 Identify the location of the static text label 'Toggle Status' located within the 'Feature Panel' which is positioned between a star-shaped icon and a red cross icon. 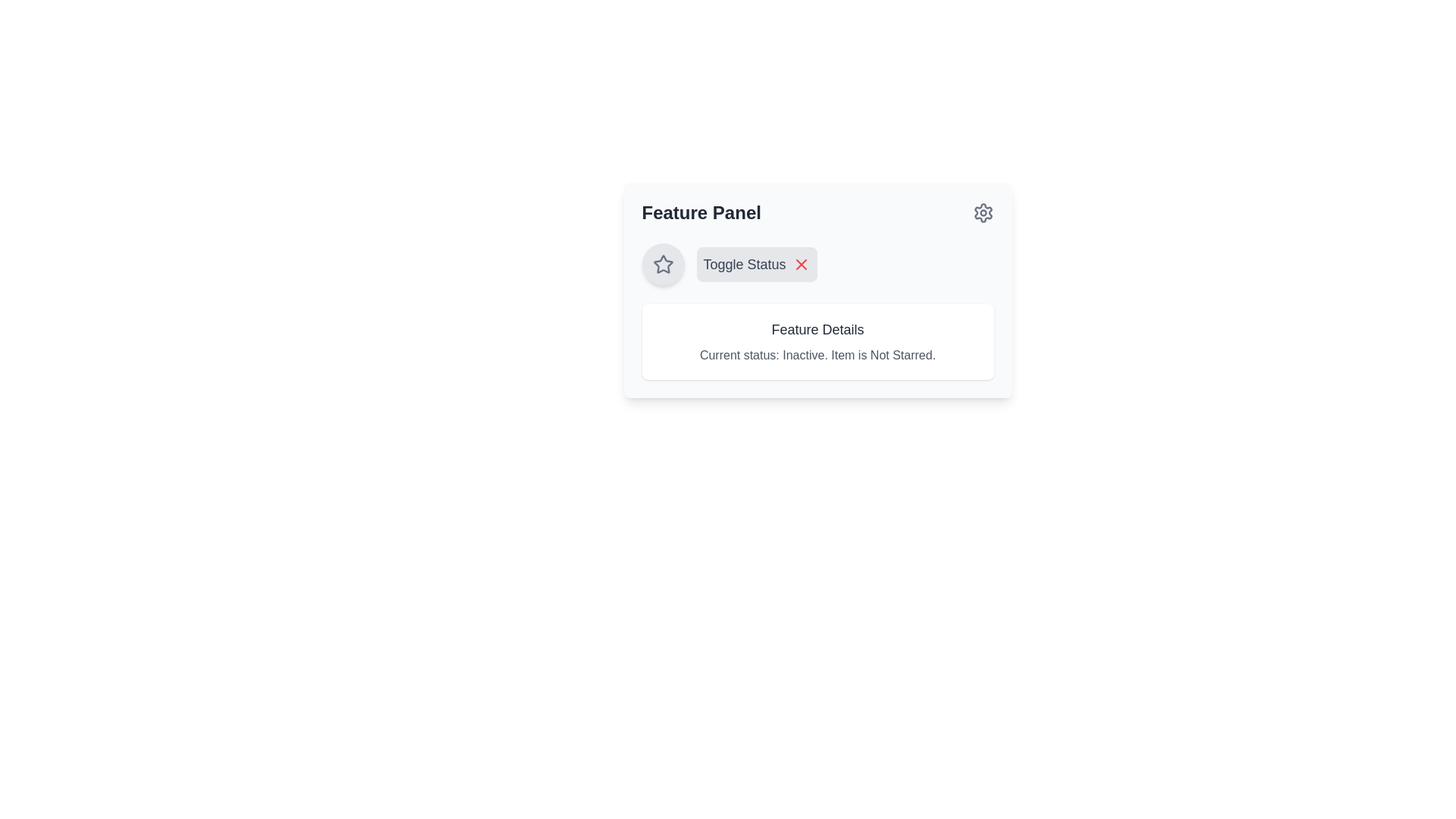
(745, 263).